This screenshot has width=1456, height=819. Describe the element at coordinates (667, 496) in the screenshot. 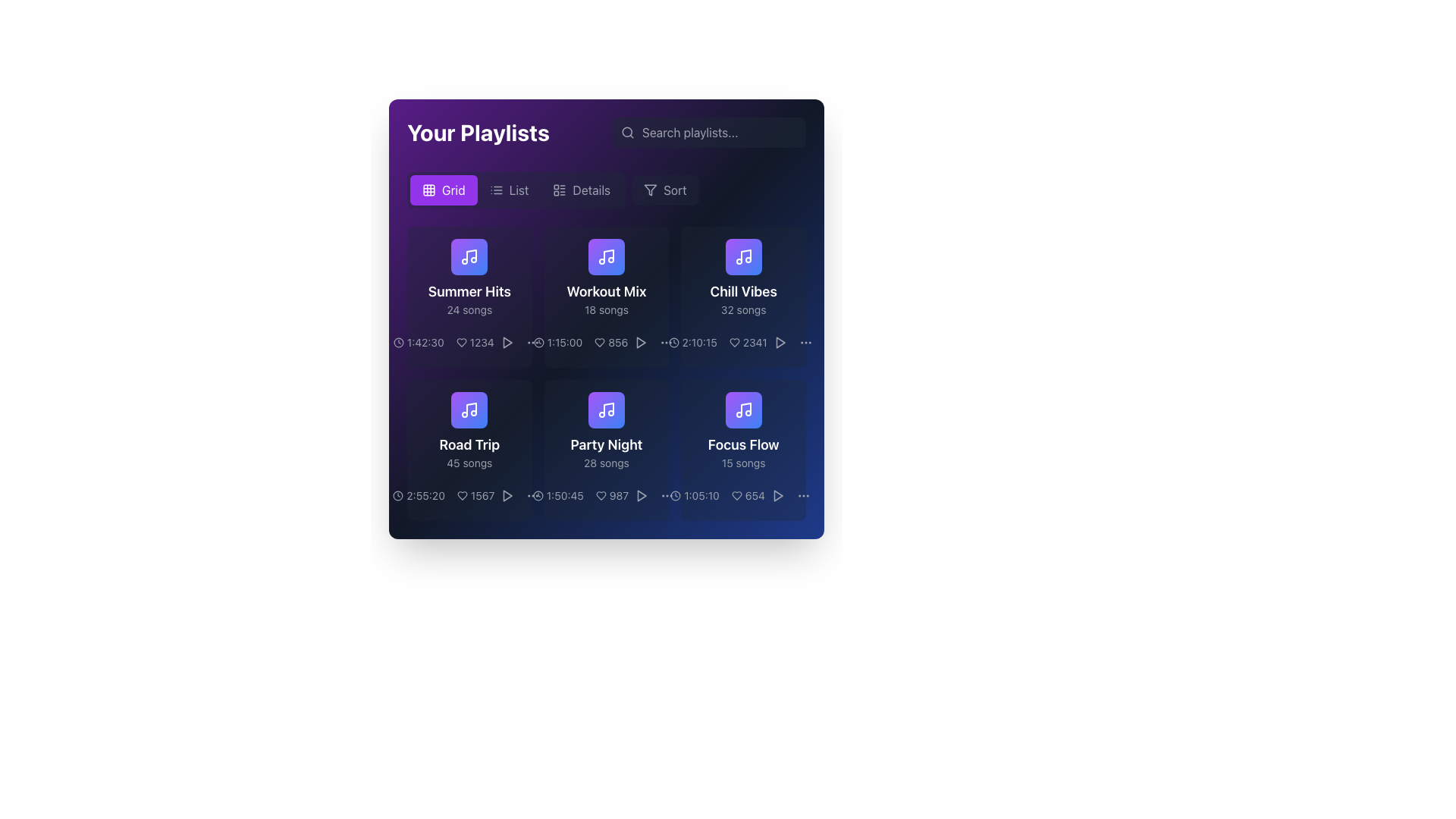

I see `the circular button with a horizontal ellipsis inside, located at the bottom-right corner of the 'Focus Flow' playlist card` at that location.